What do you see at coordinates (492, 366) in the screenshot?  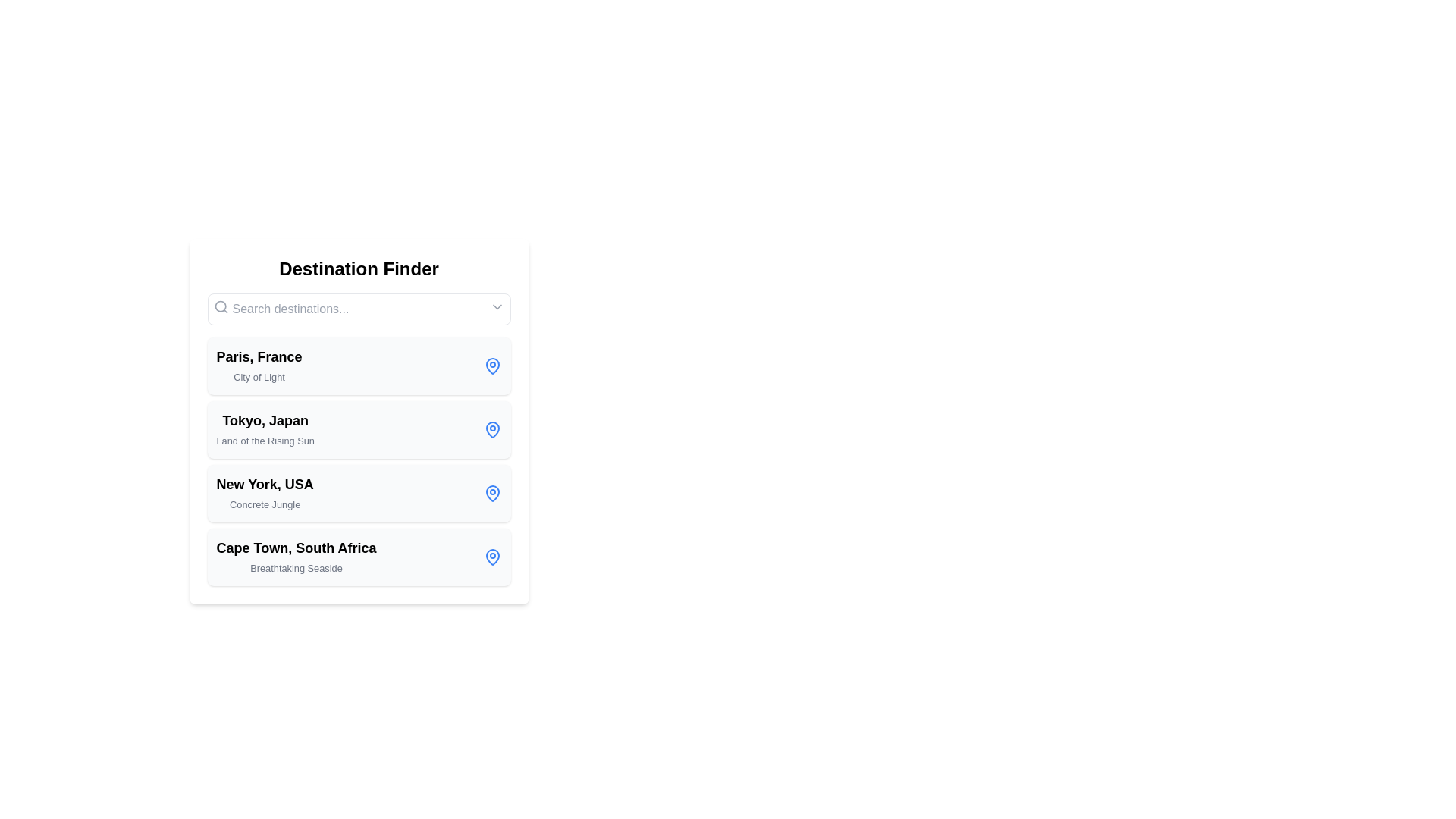 I see `the blue-colored map pin icon with a central circular cut-out, located to the right of the 'Paris, France' label in the Destination Finder card layout` at bounding box center [492, 366].